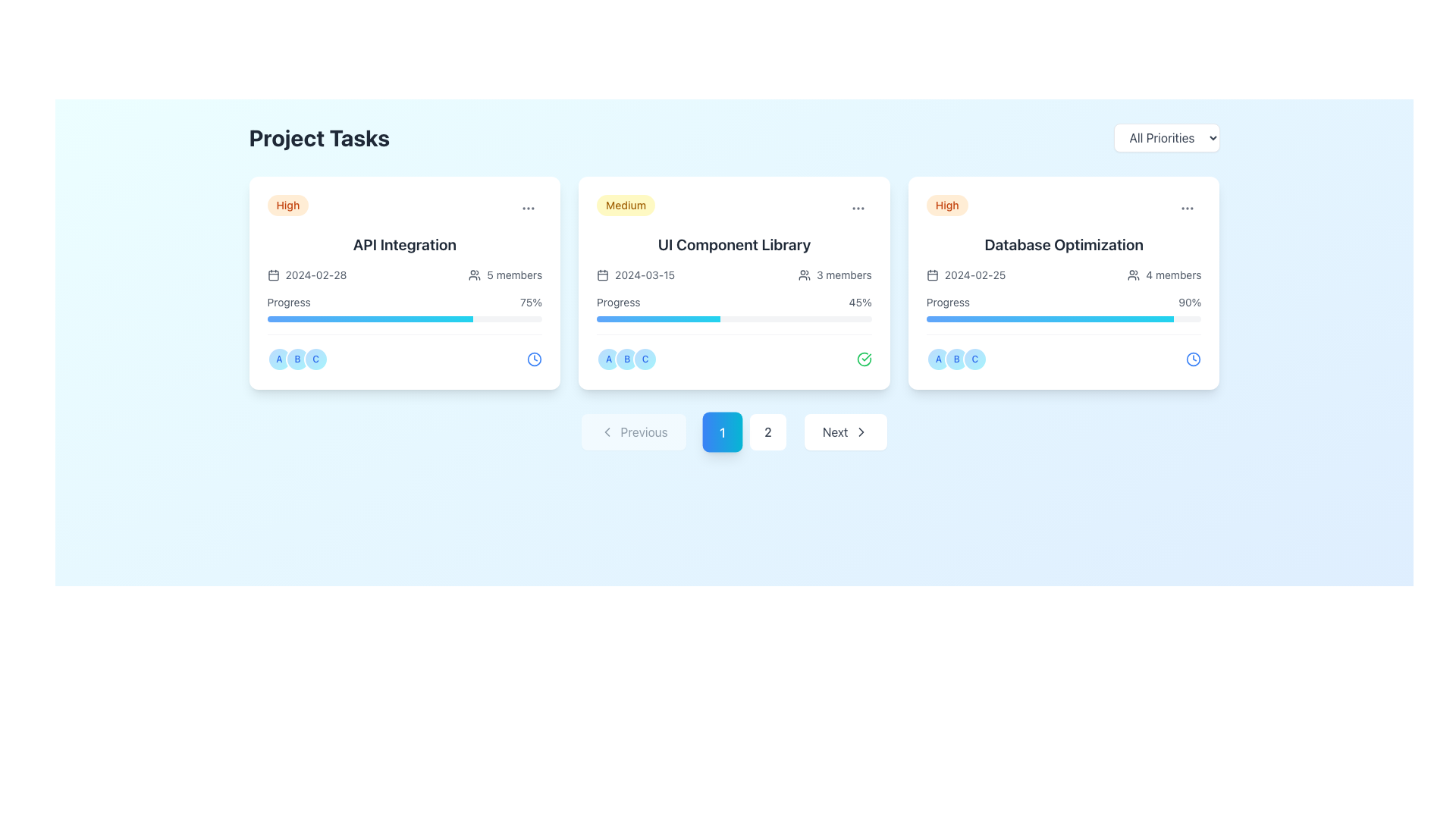 The height and width of the screenshot is (819, 1456). What do you see at coordinates (602, 275) in the screenshot?
I see `the calendar icon located to the left of the date '2024-03-15' in the middle project card` at bounding box center [602, 275].